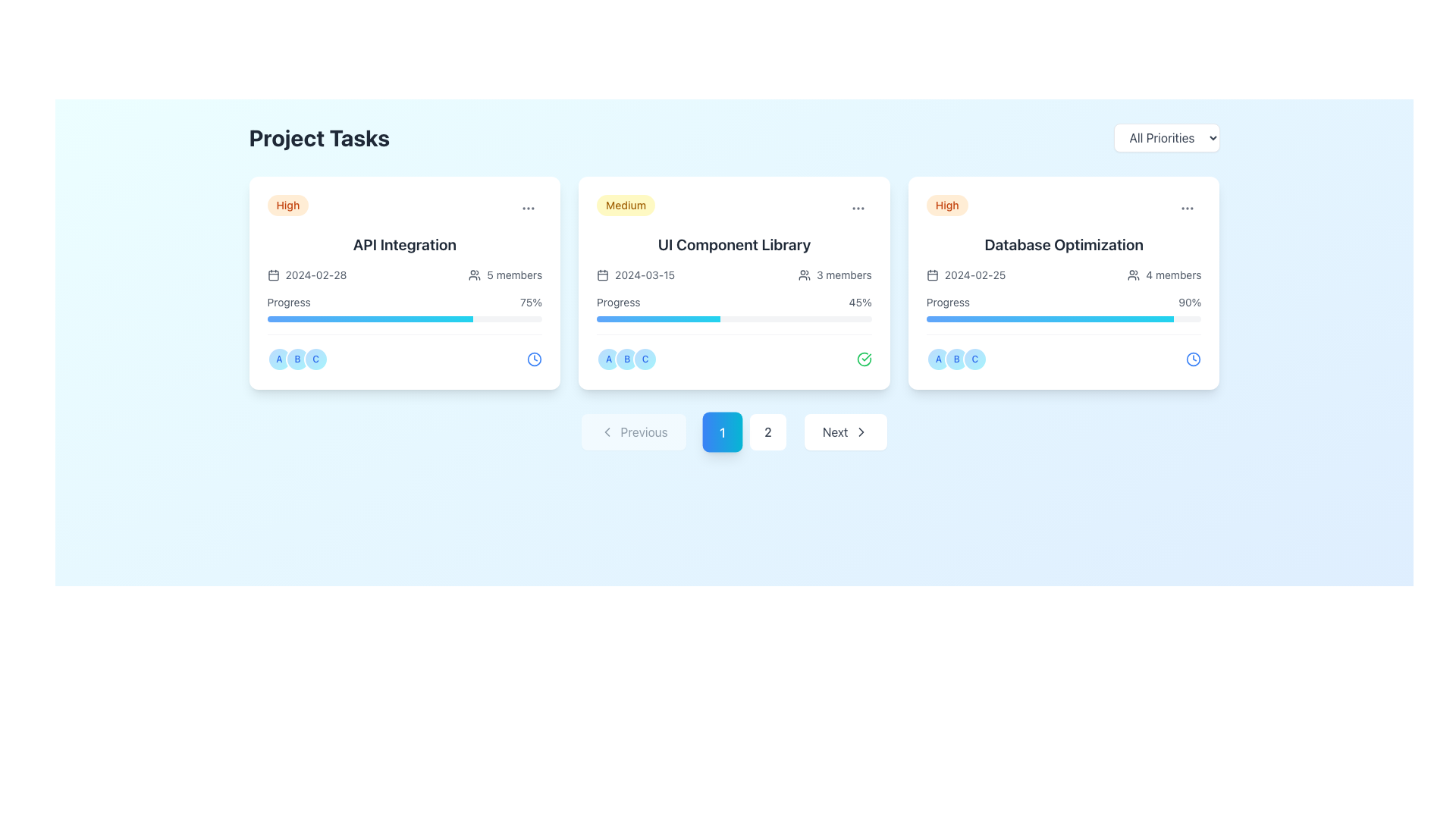 The height and width of the screenshot is (819, 1456). What do you see at coordinates (602, 275) in the screenshot?
I see `the calendar icon located to the left of the date '2024-03-15' in the middle project card` at bounding box center [602, 275].